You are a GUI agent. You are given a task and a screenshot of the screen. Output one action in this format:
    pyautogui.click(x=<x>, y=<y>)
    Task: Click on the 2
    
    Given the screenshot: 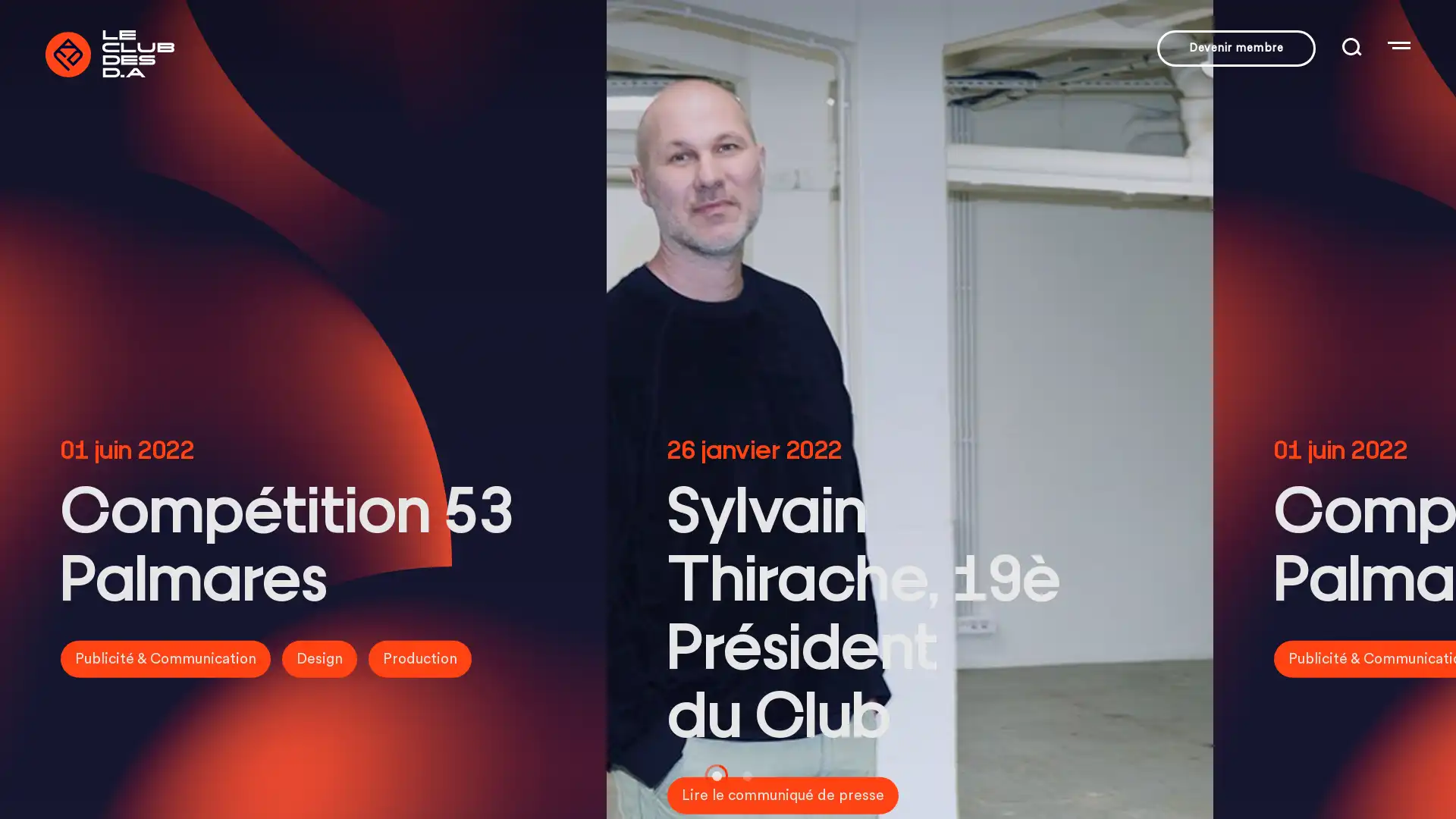 What is the action you would take?
    pyautogui.click(x=742, y=776)
    